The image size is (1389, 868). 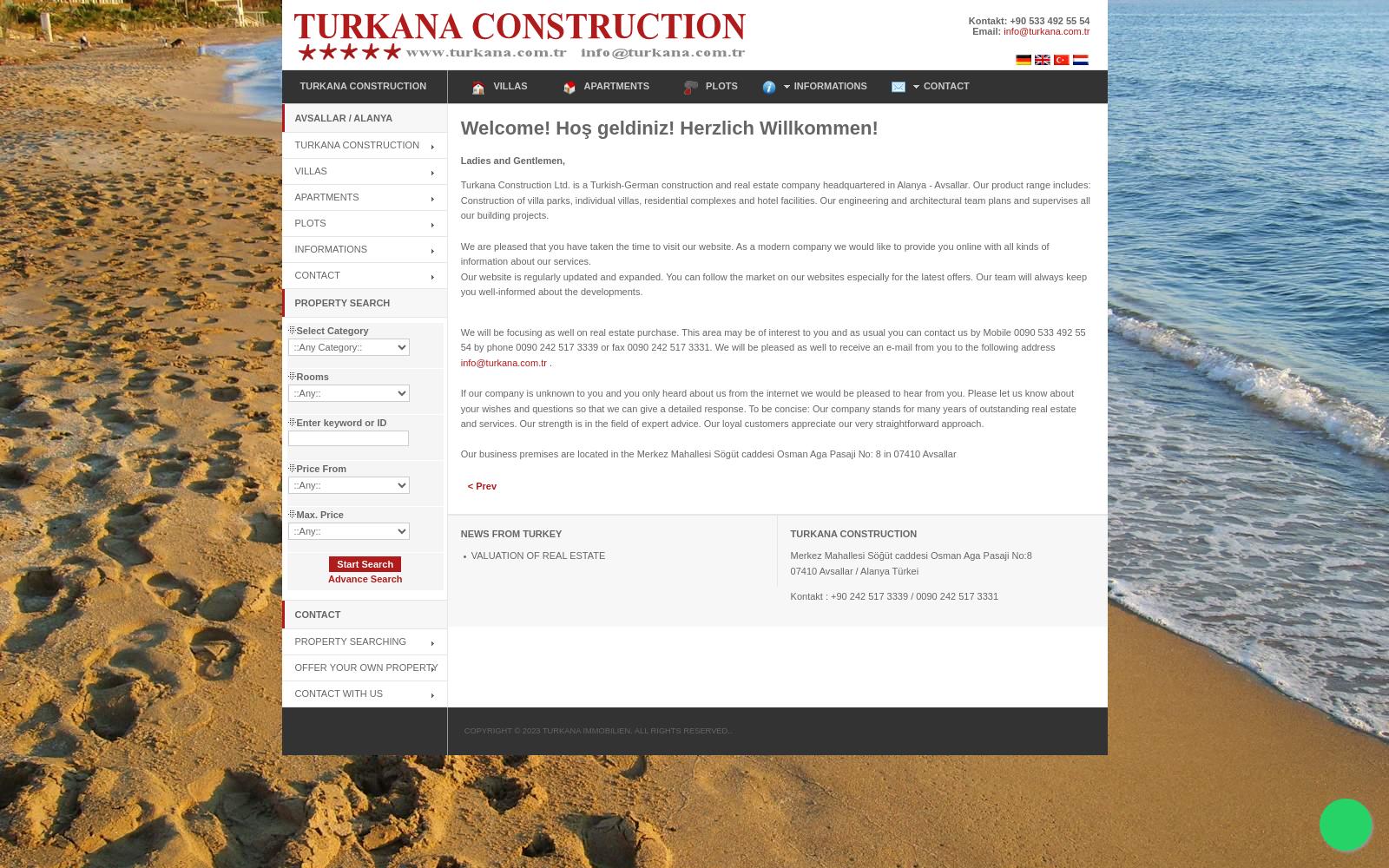 I want to click on 'Merkez Mahallesi Söğüt caddesi Osman Aga Pasaji No:8', so click(x=788, y=556).